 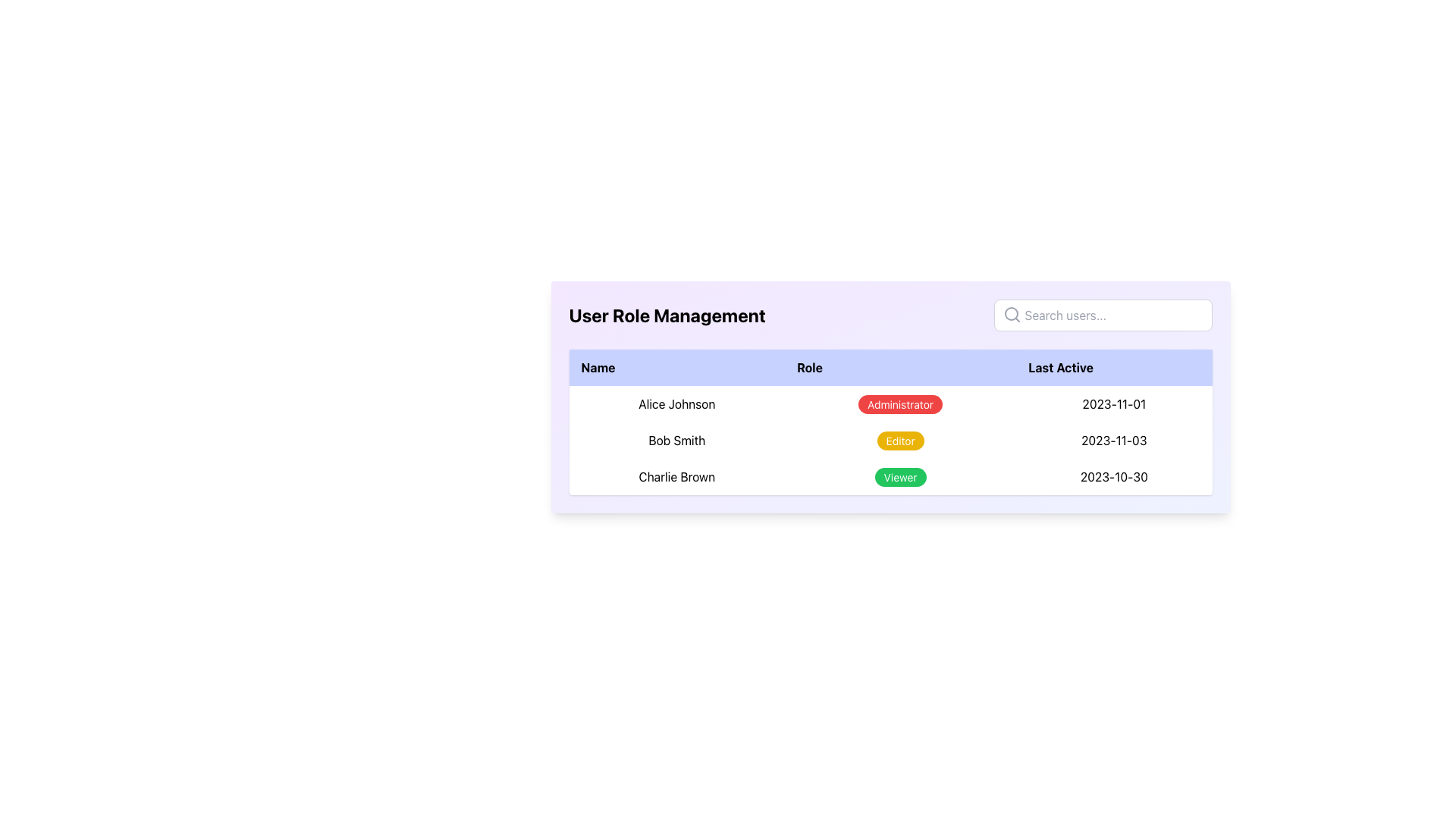 What do you see at coordinates (900, 403) in the screenshot?
I see `the badge in the 'Role' column of the first row in the 'User Role Management' table` at bounding box center [900, 403].